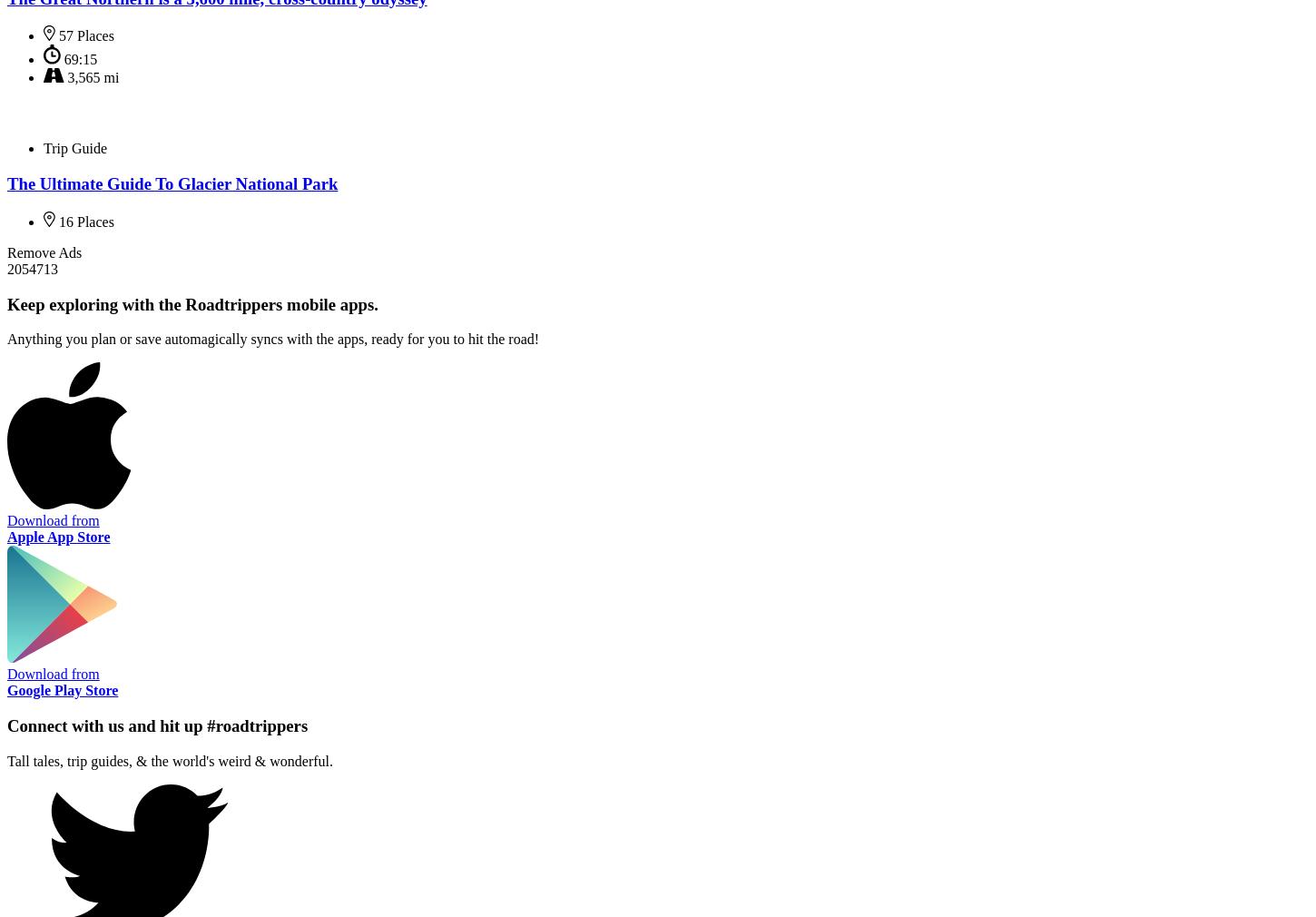 This screenshot has width=1316, height=917. I want to click on 'Trip Guide', so click(74, 147).